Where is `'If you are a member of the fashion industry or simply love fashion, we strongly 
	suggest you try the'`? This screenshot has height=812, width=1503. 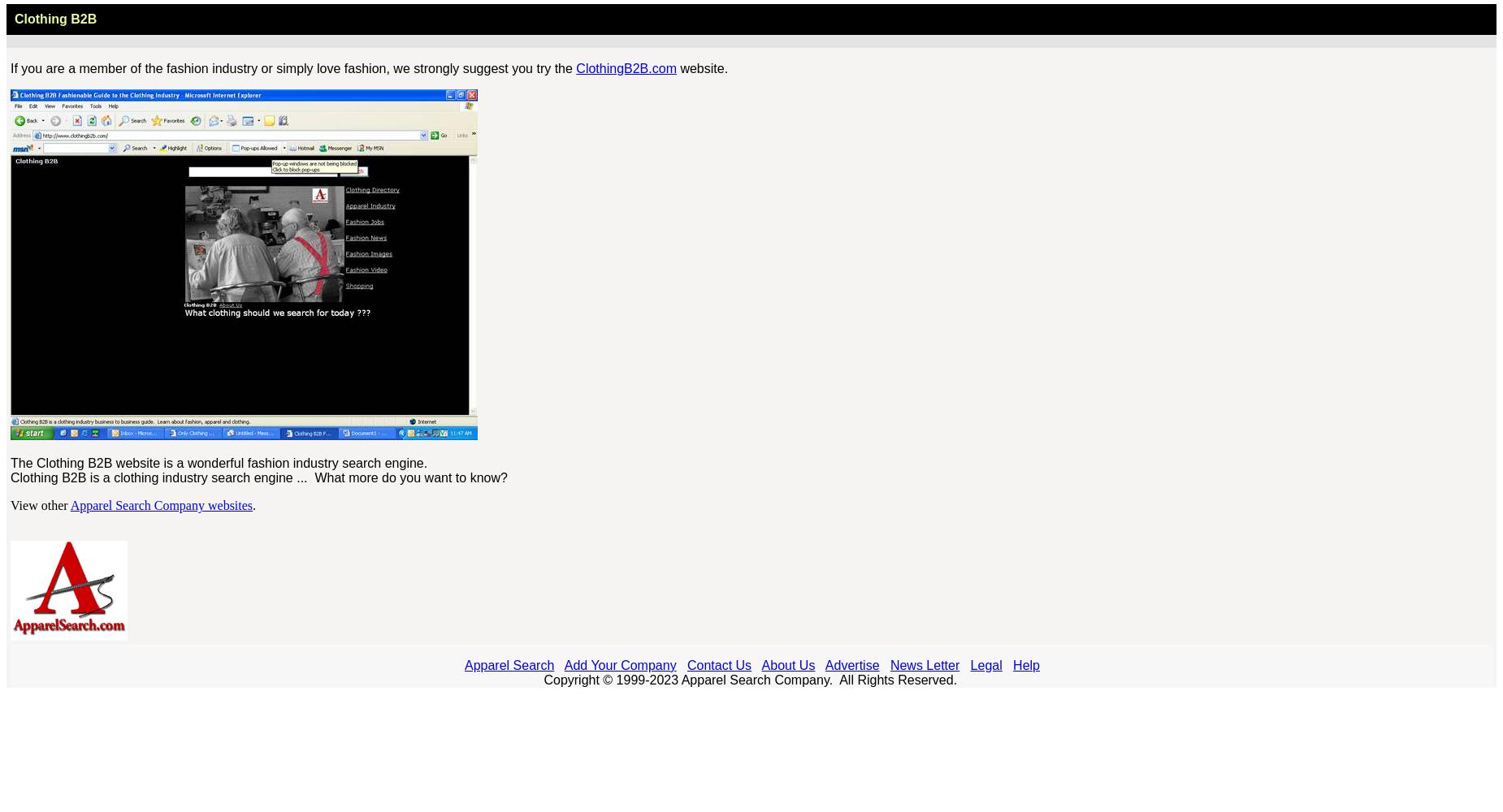
'If you are a member of the fashion industry or simply love fashion, we strongly 
	suggest you try the' is located at coordinates (292, 67).